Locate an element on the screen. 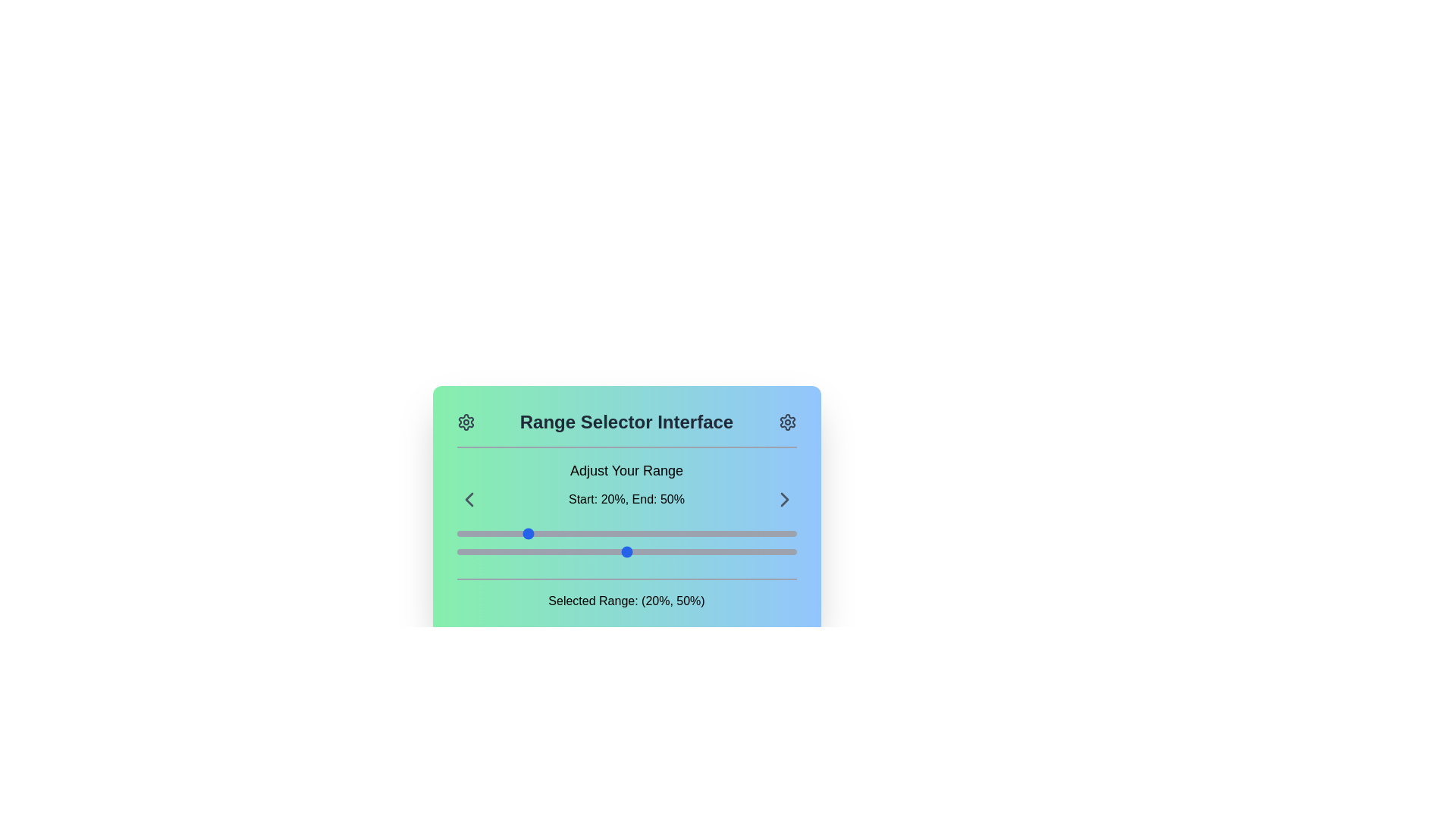  the slider value is located at coordinates (720, 552).